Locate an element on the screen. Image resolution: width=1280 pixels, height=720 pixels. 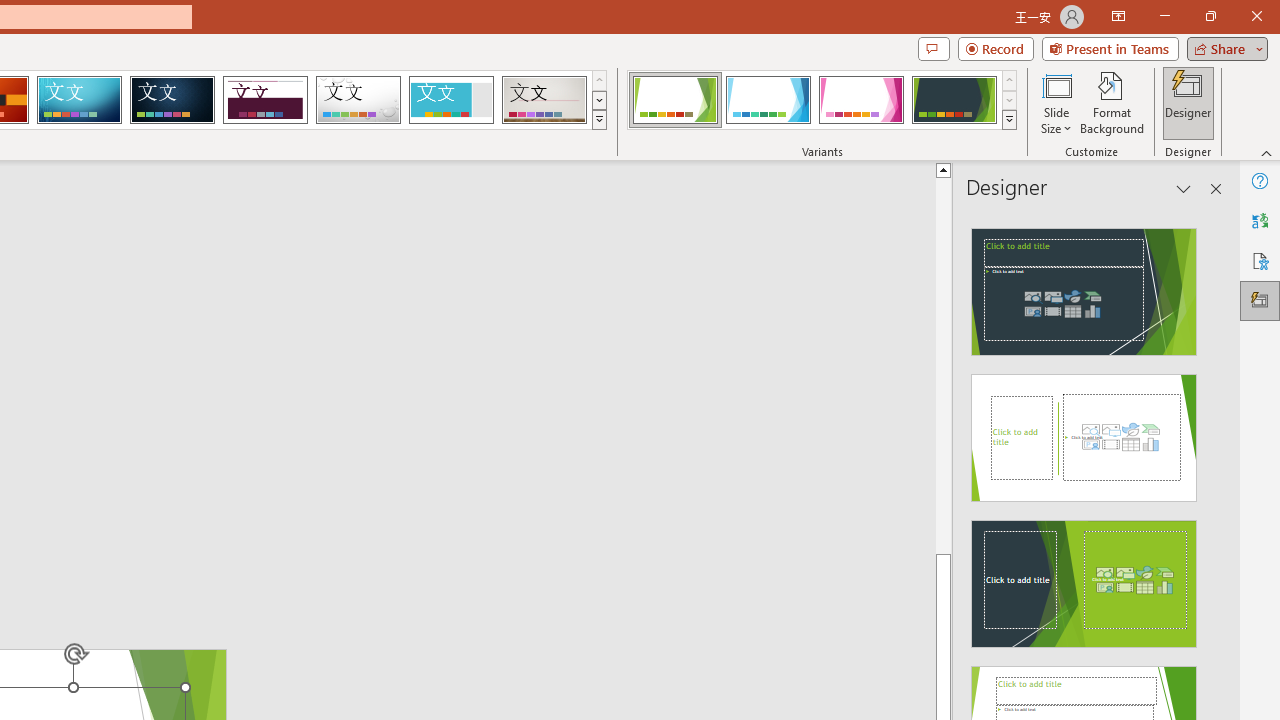
'Droplet' is located at coordinates (358, 100).